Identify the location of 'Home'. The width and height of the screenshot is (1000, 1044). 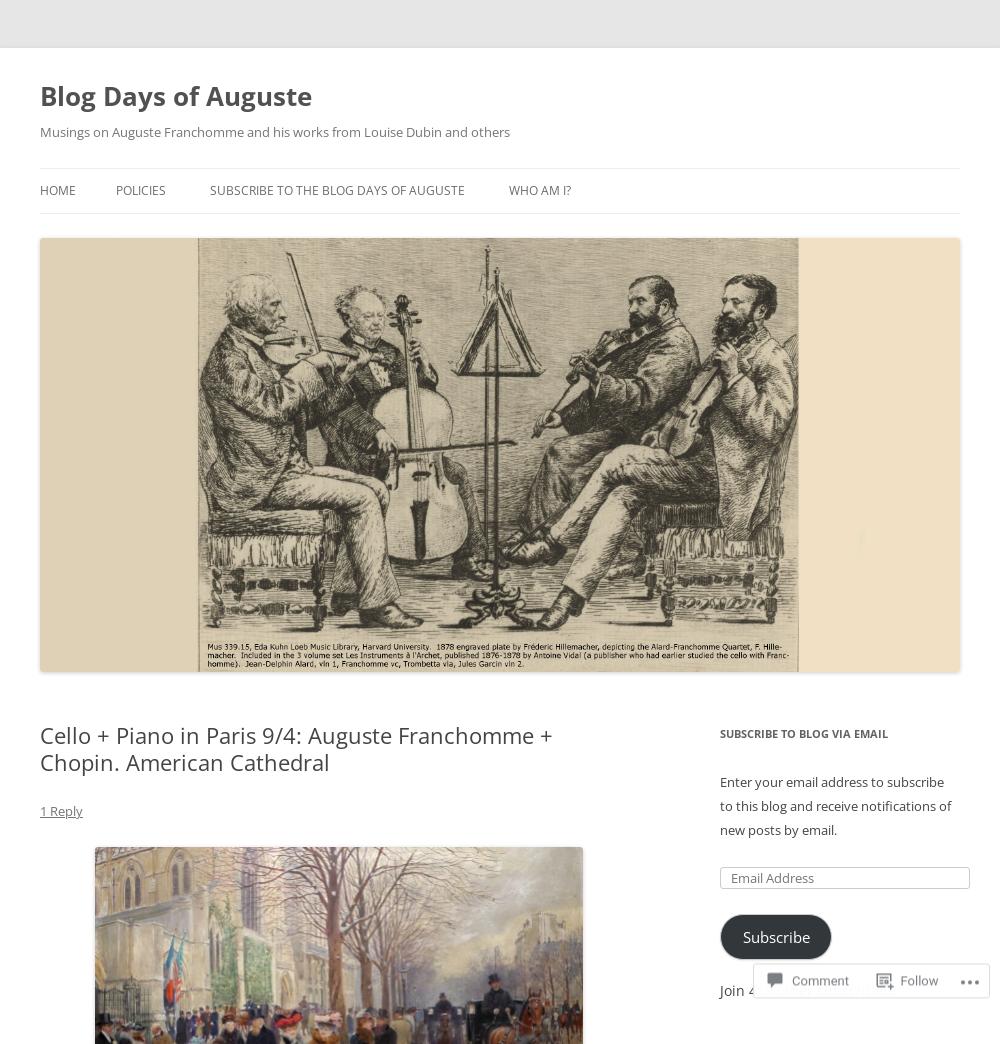
(58, 189).